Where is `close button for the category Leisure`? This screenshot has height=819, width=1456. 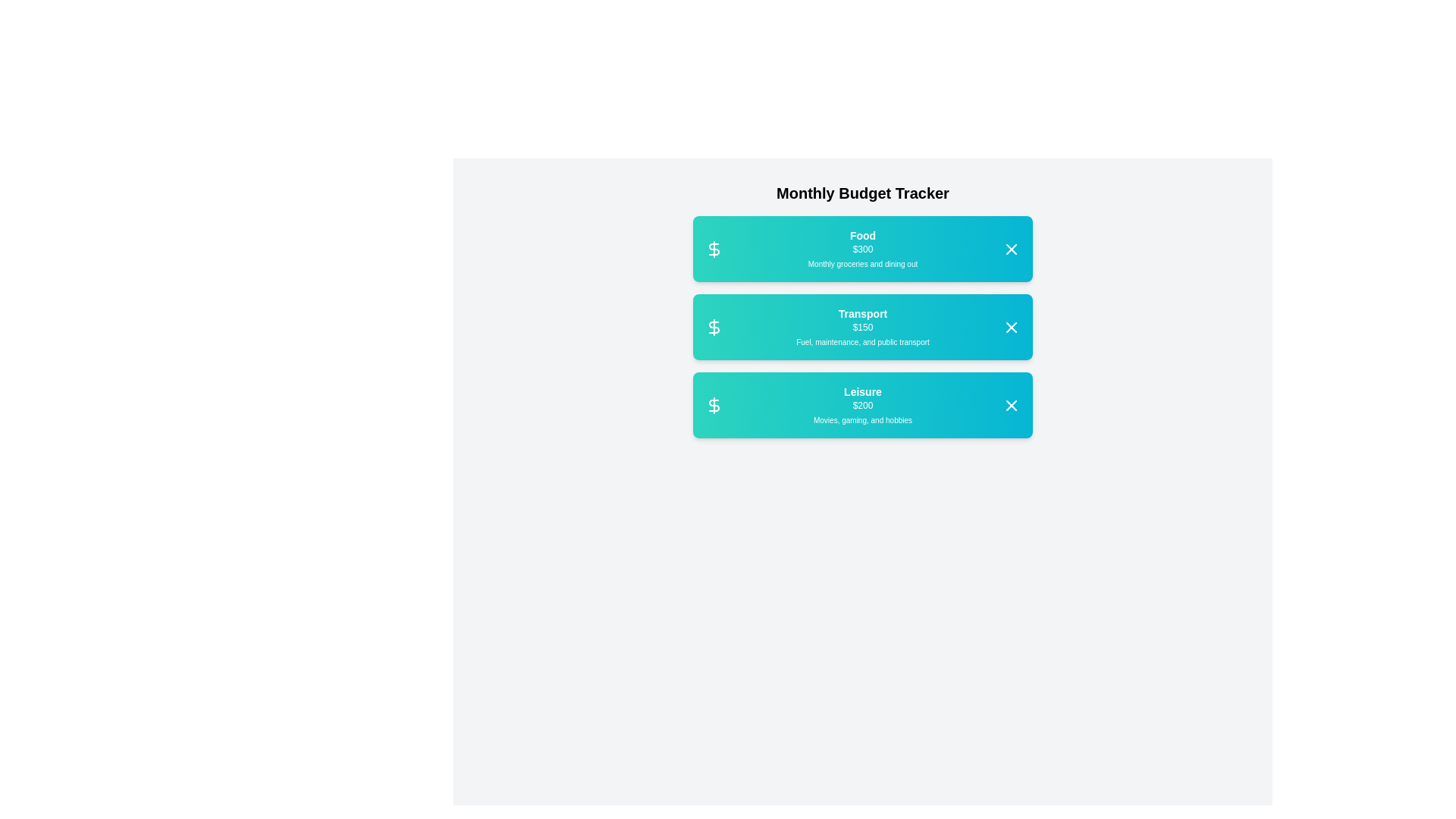 close button for the category Leisure is located at coordinates (1012, 404).